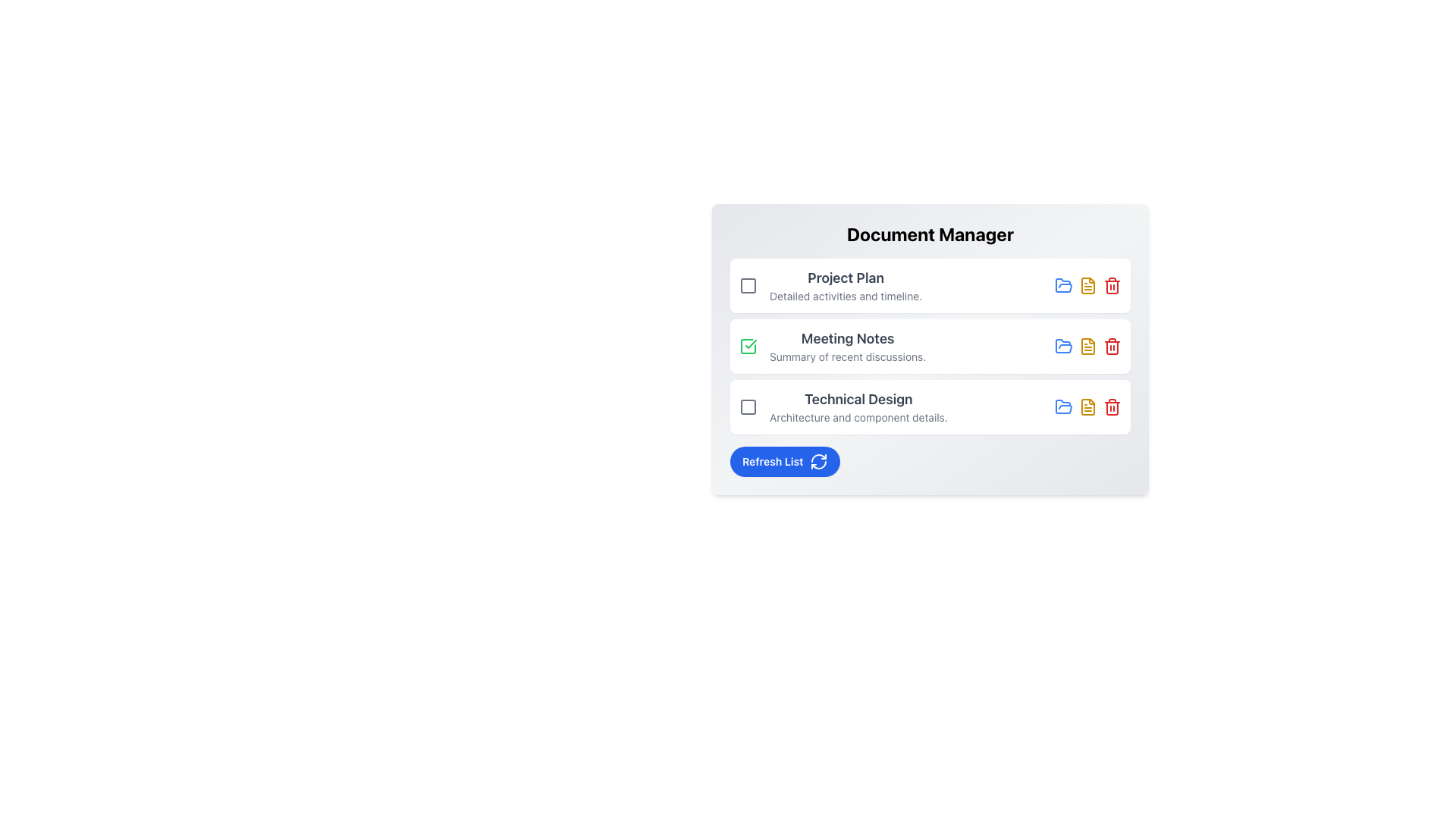 The image size is (1456, 819). What do you see at coordinates (830, 286) in the screenshot?
I see `descriptive label text for the task titled 'Project Plan' located in the Document Manager section, which is the leftmost element of the top item in a vertical list` at bounding box center [830, 286].